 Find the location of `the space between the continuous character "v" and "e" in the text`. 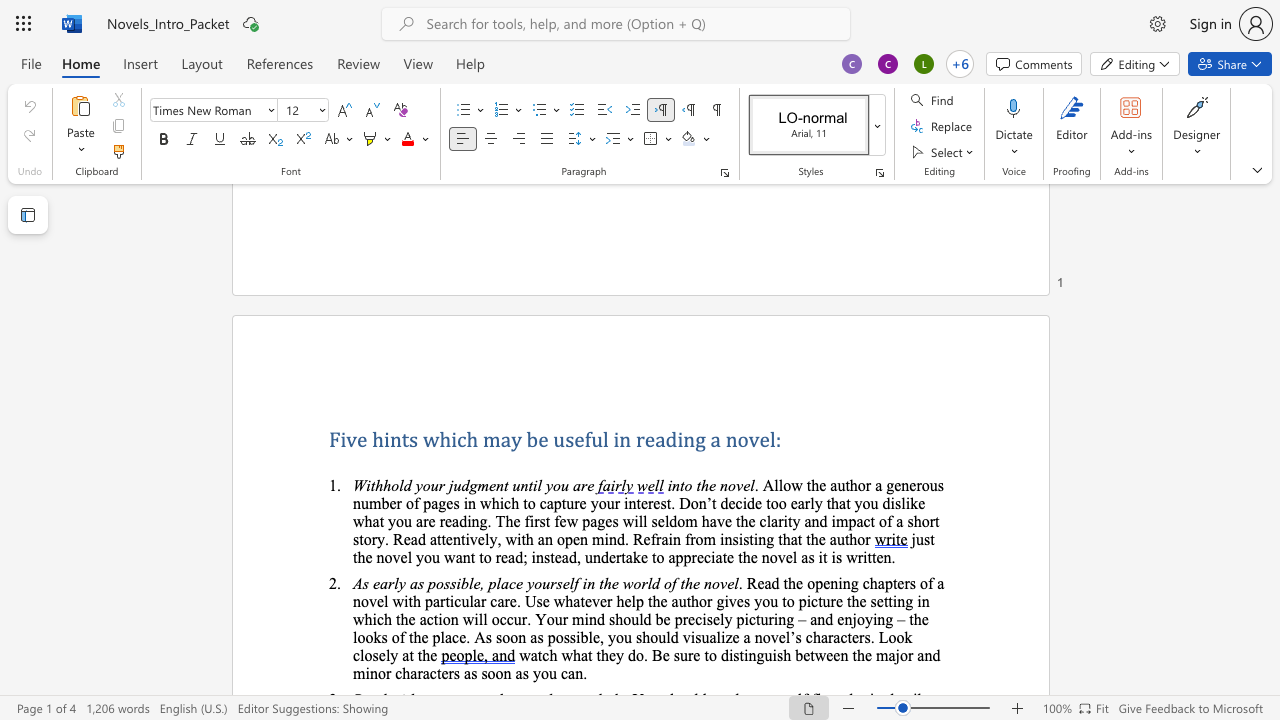

the space between the continuous character "v" and "e" in the text is located at coordinates (742, 485).